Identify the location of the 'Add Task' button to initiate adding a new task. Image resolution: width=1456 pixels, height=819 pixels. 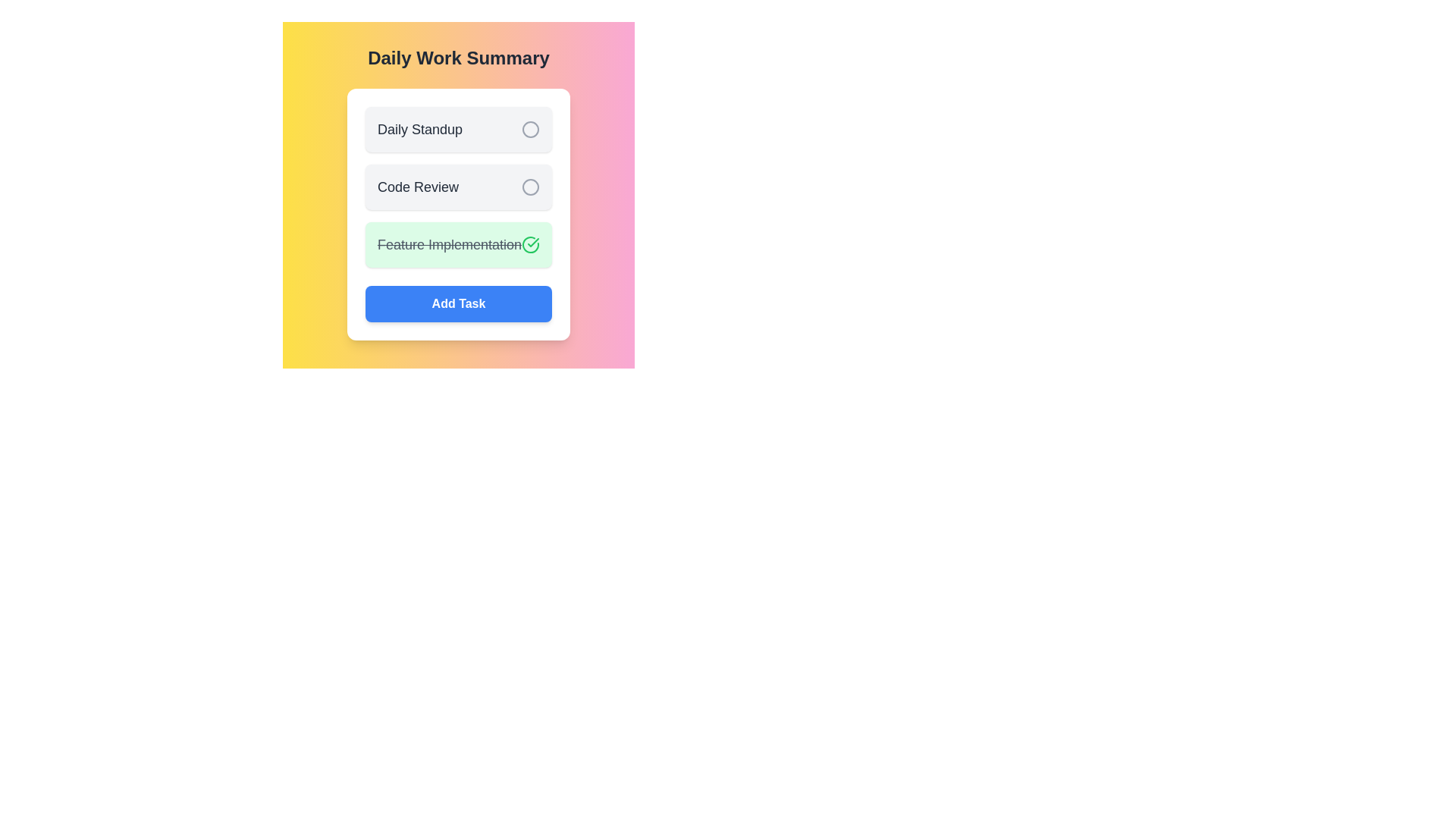
(457, 304).